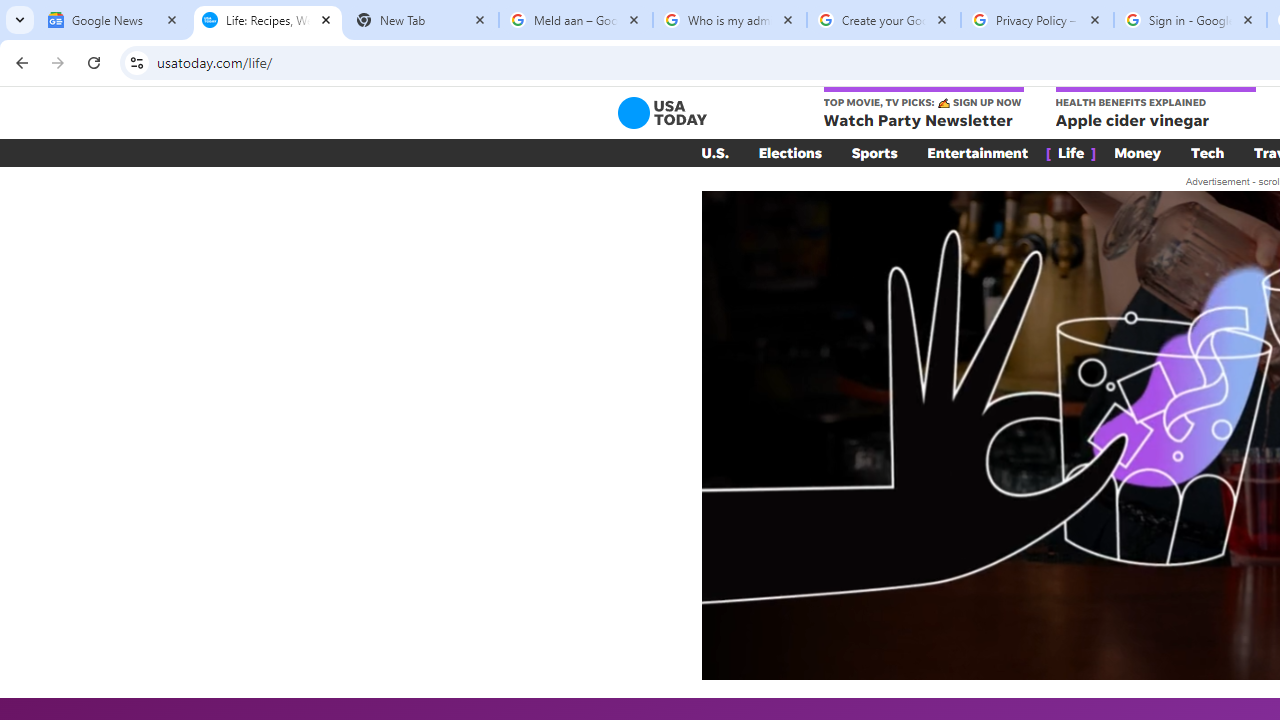 The image size is (1280, 720). What do you see at coordinates (1155, 109) in the screenshot?
I see `'HEALTH BENEFITS EXPLAINED Apple cider vinegar'` at bounding box center [1155, 109].